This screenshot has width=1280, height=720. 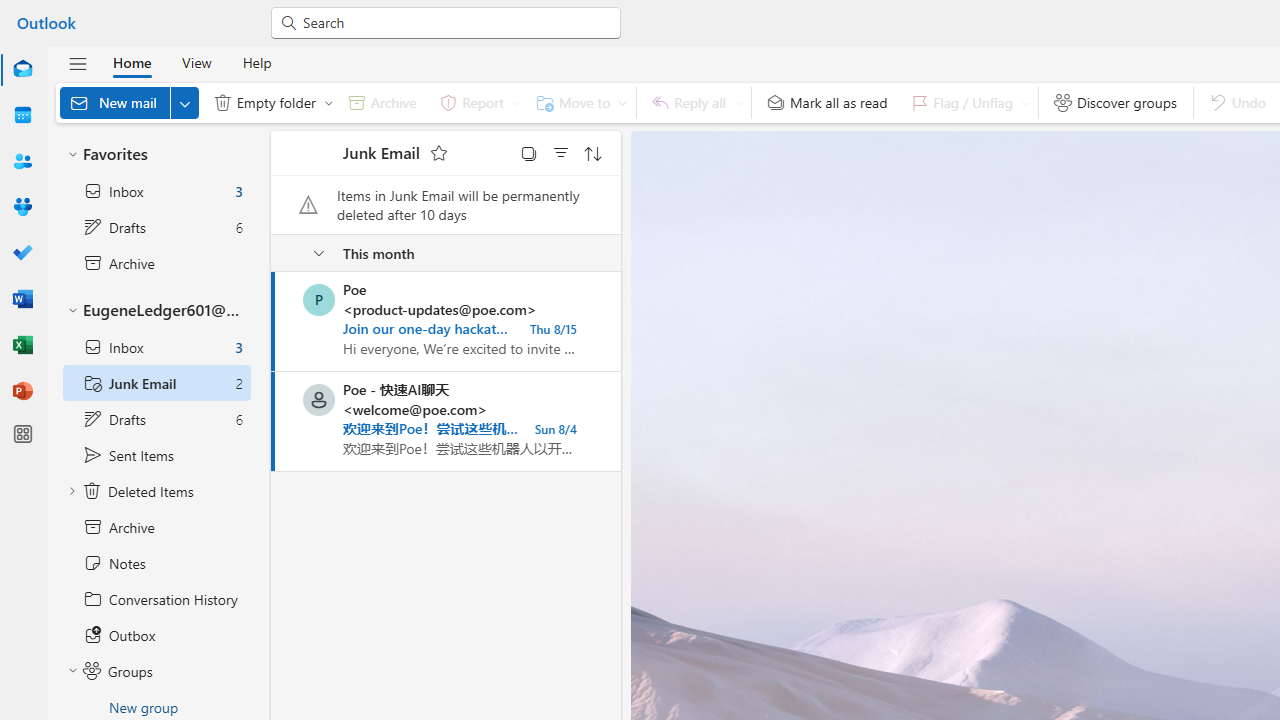 What do you see at coordinates (382, 102) in the screenshot?
I see `'Archive'` at bounding box center [382, 102].